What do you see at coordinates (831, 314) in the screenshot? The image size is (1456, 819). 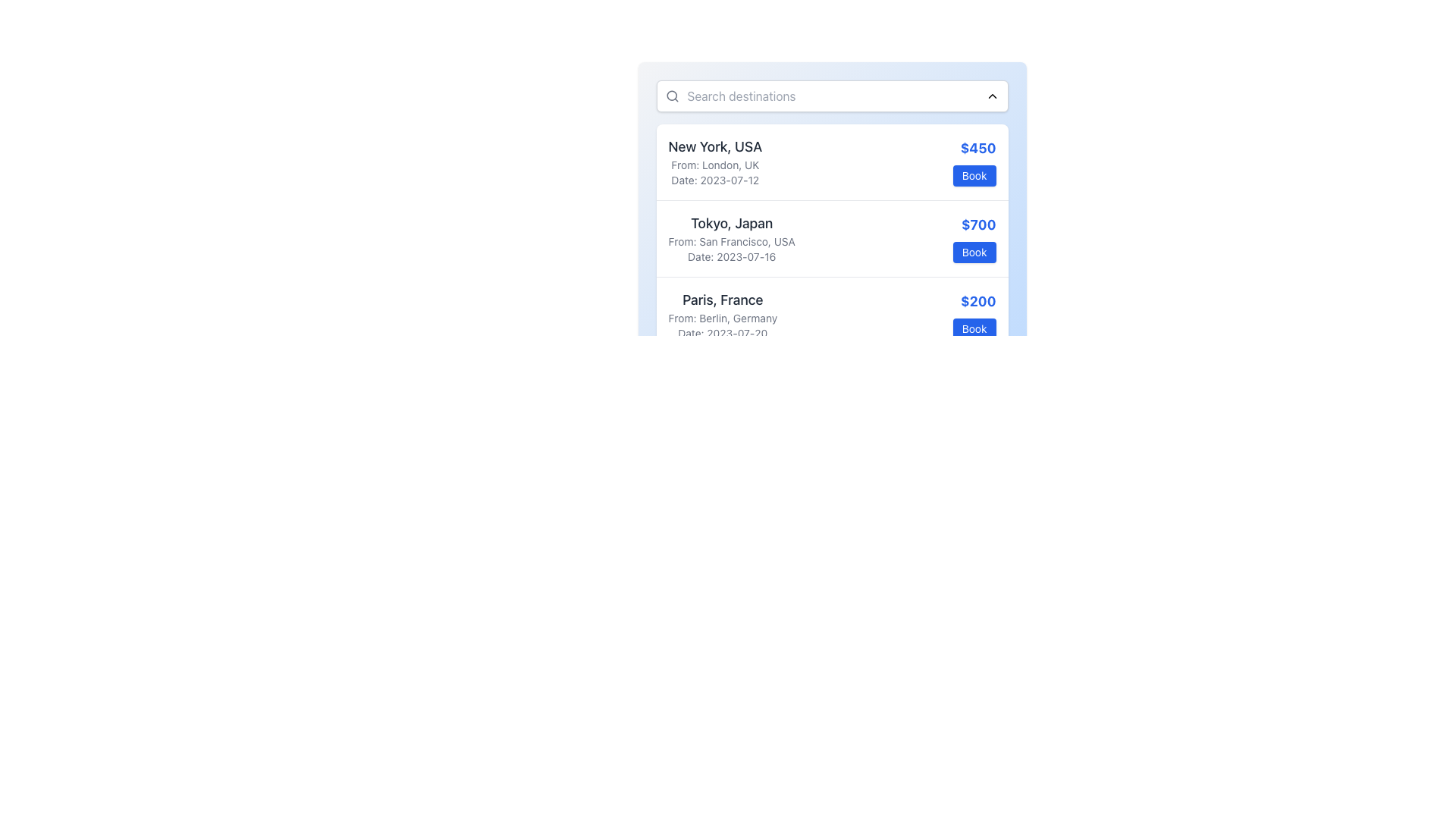 I see `the travel option listing that contains a 'Book' button for the trip from Berlin` at bounding box center [831, 314].